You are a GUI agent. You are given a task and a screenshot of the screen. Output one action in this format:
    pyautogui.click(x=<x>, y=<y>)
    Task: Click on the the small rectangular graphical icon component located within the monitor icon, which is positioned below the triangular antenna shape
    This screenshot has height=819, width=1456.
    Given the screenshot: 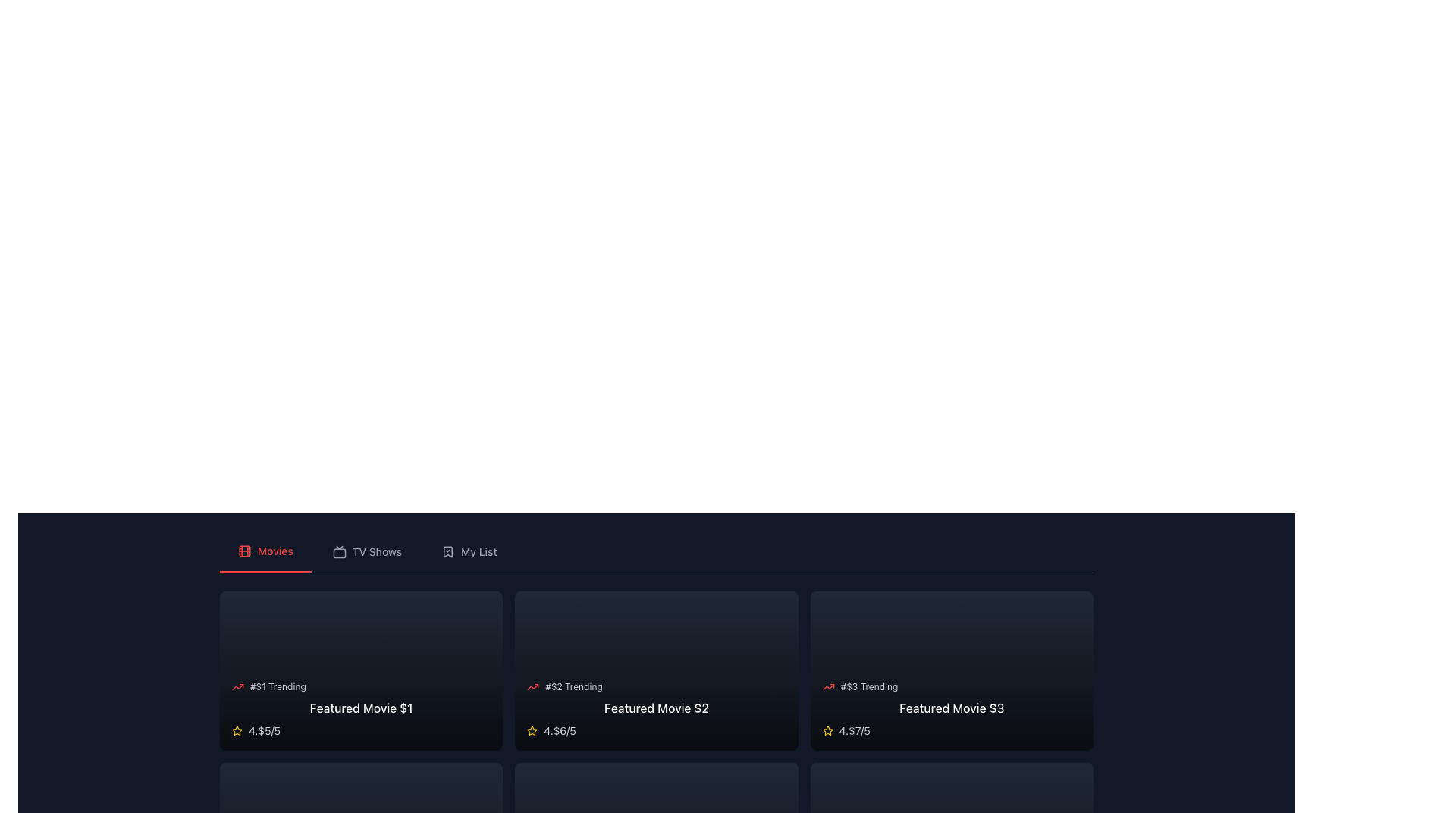 What is the action you would take?
    pyautogui.click(x=338, y=553)
    